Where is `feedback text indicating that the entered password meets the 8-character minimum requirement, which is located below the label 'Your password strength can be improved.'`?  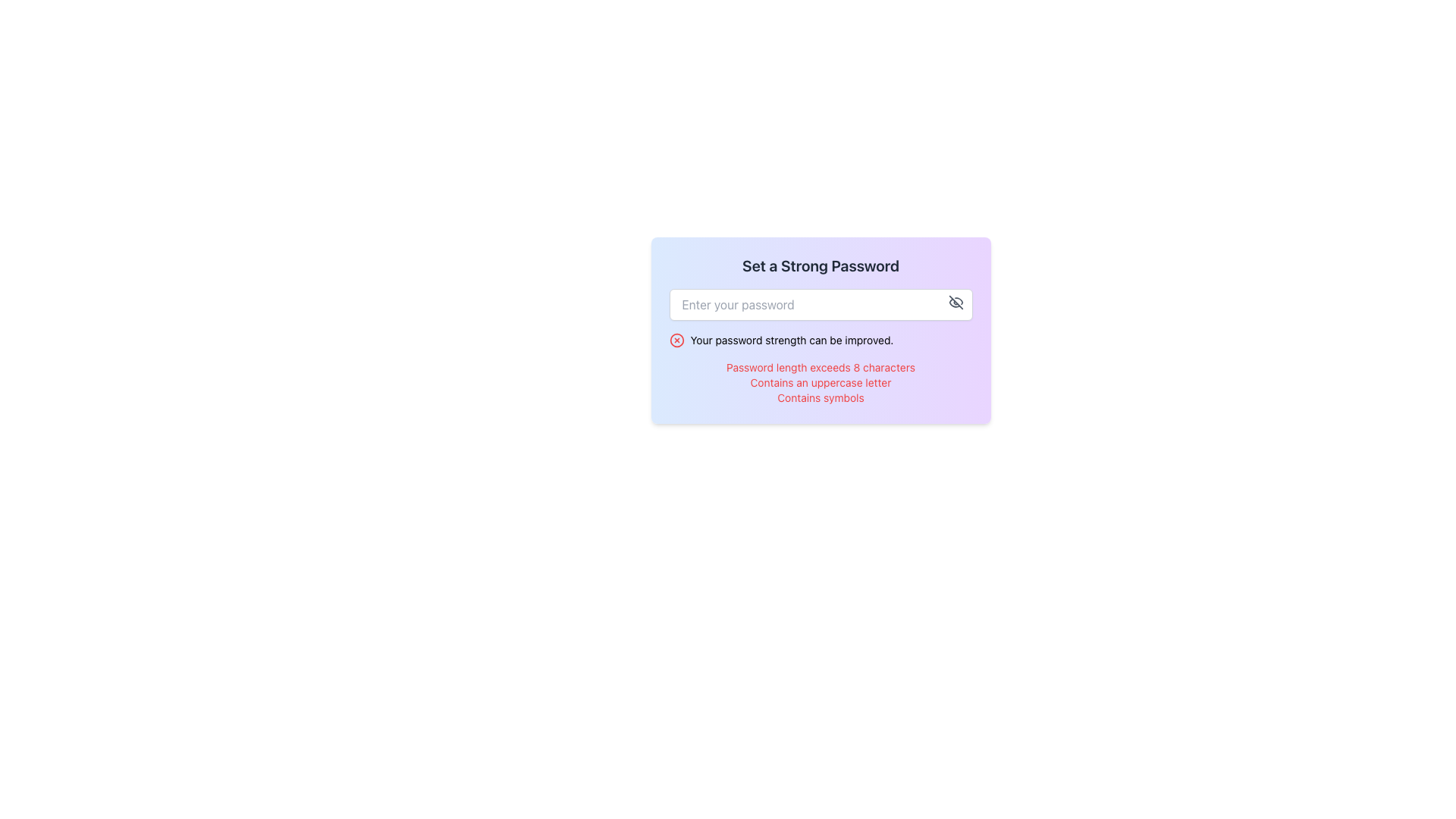
feedback text indicating that the entered password meets the 8-character minimum requirement, which is located below the label 'Your password strength can be improved.' is located at coordinates (820, 368).